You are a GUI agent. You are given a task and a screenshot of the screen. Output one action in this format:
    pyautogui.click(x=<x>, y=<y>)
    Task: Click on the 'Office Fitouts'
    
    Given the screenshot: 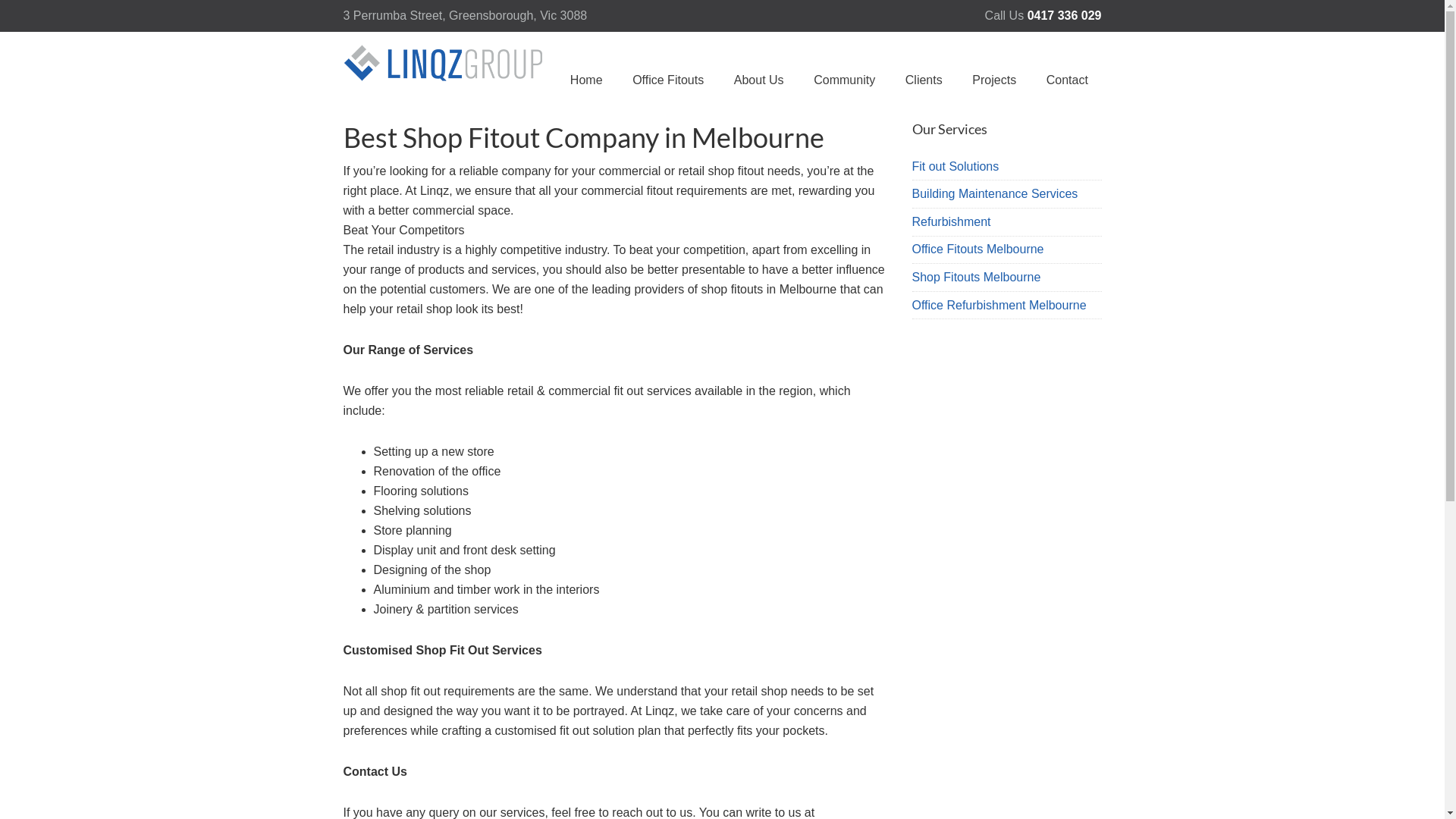 What is the action you would take?
    pyautogui.click(x=619, y=80)
    